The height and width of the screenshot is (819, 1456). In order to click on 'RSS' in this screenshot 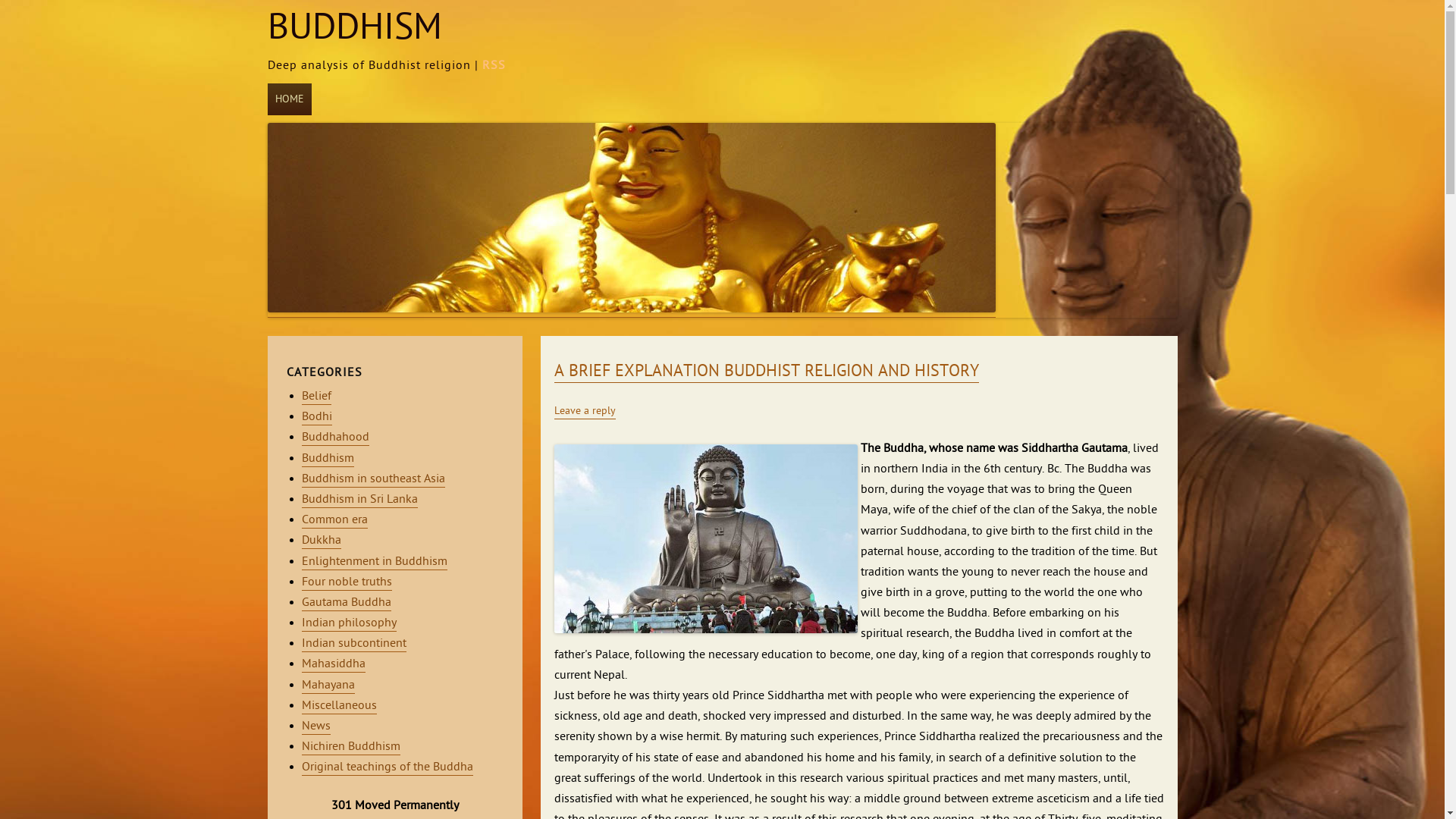, I will do `click(481, 65)`.